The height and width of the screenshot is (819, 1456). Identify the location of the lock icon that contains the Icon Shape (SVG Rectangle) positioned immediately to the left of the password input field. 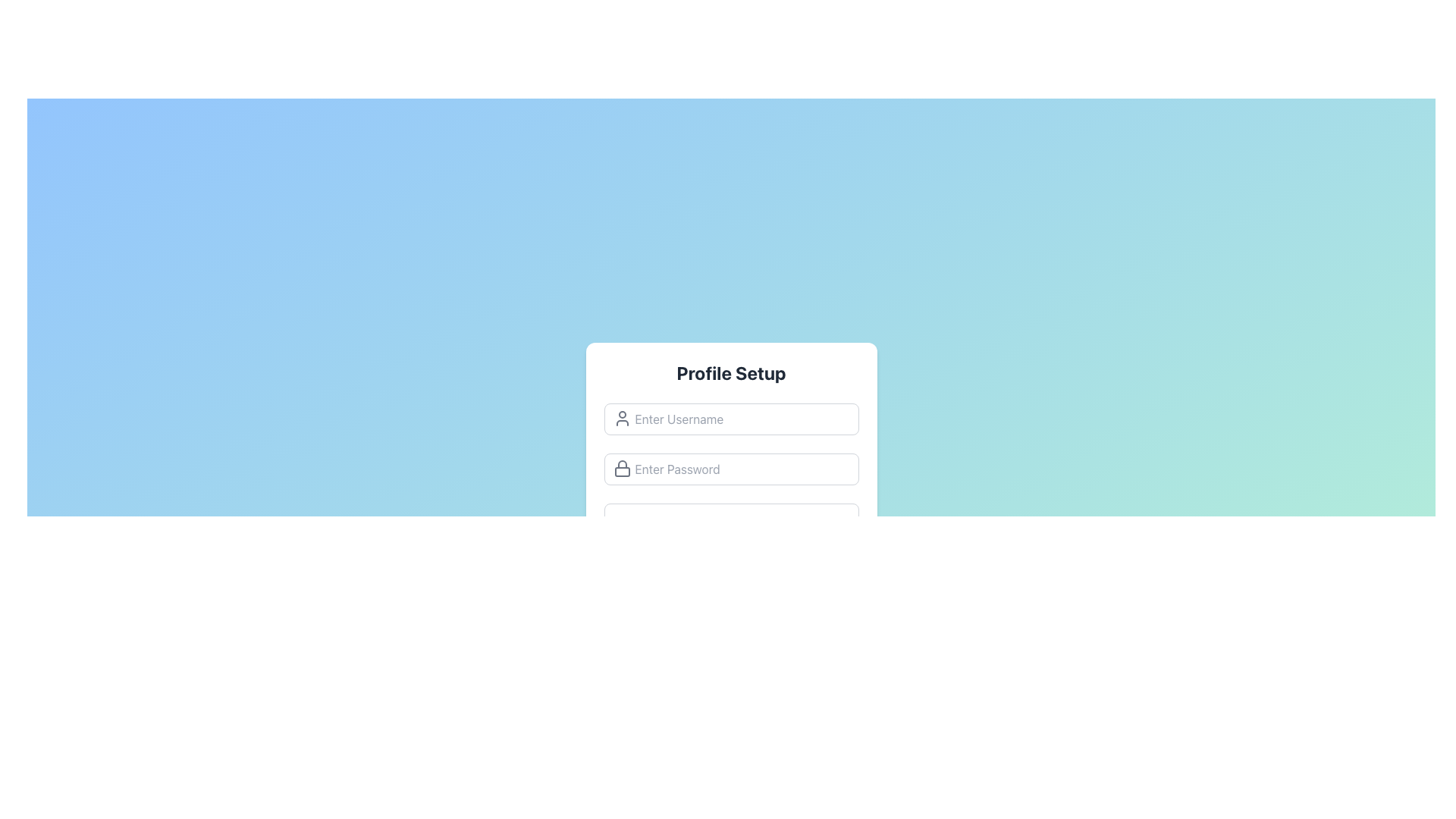
(622, 471).